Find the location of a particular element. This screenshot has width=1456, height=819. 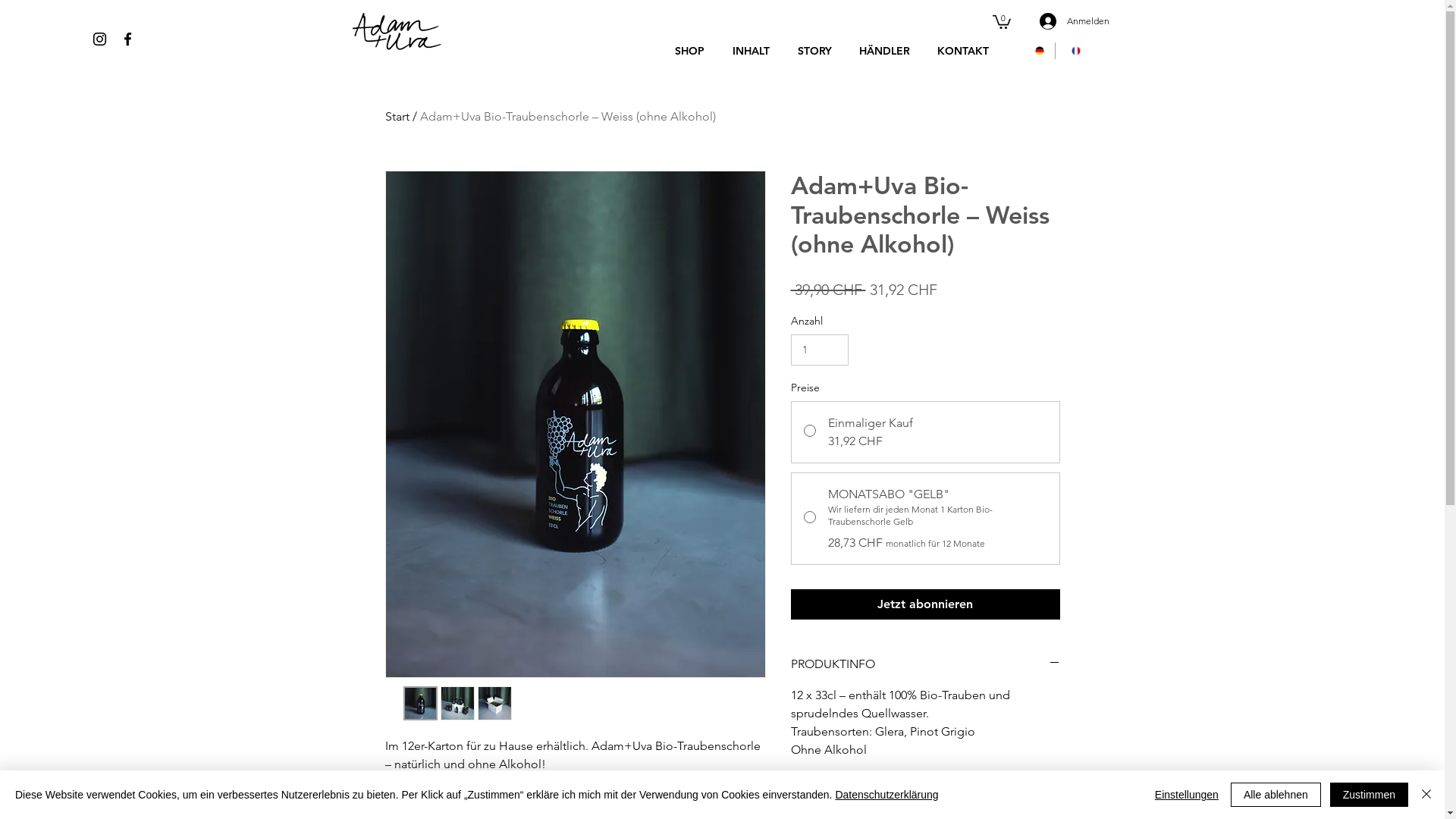

'STORY' is located at coordinates (811, 49).